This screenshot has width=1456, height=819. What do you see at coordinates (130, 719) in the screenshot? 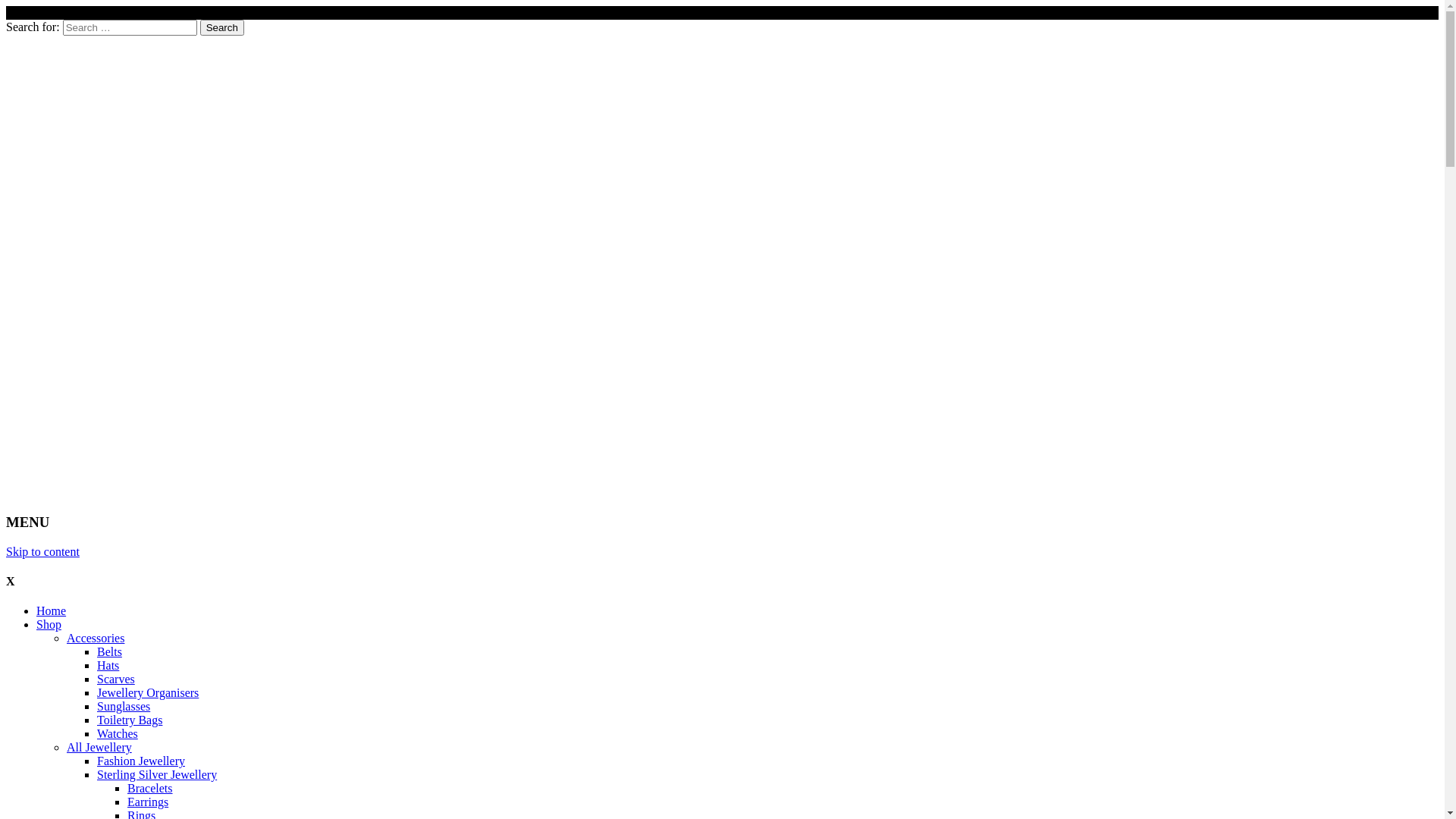
I see `'Toiletry Bags'` at bounding box center [130, 719].